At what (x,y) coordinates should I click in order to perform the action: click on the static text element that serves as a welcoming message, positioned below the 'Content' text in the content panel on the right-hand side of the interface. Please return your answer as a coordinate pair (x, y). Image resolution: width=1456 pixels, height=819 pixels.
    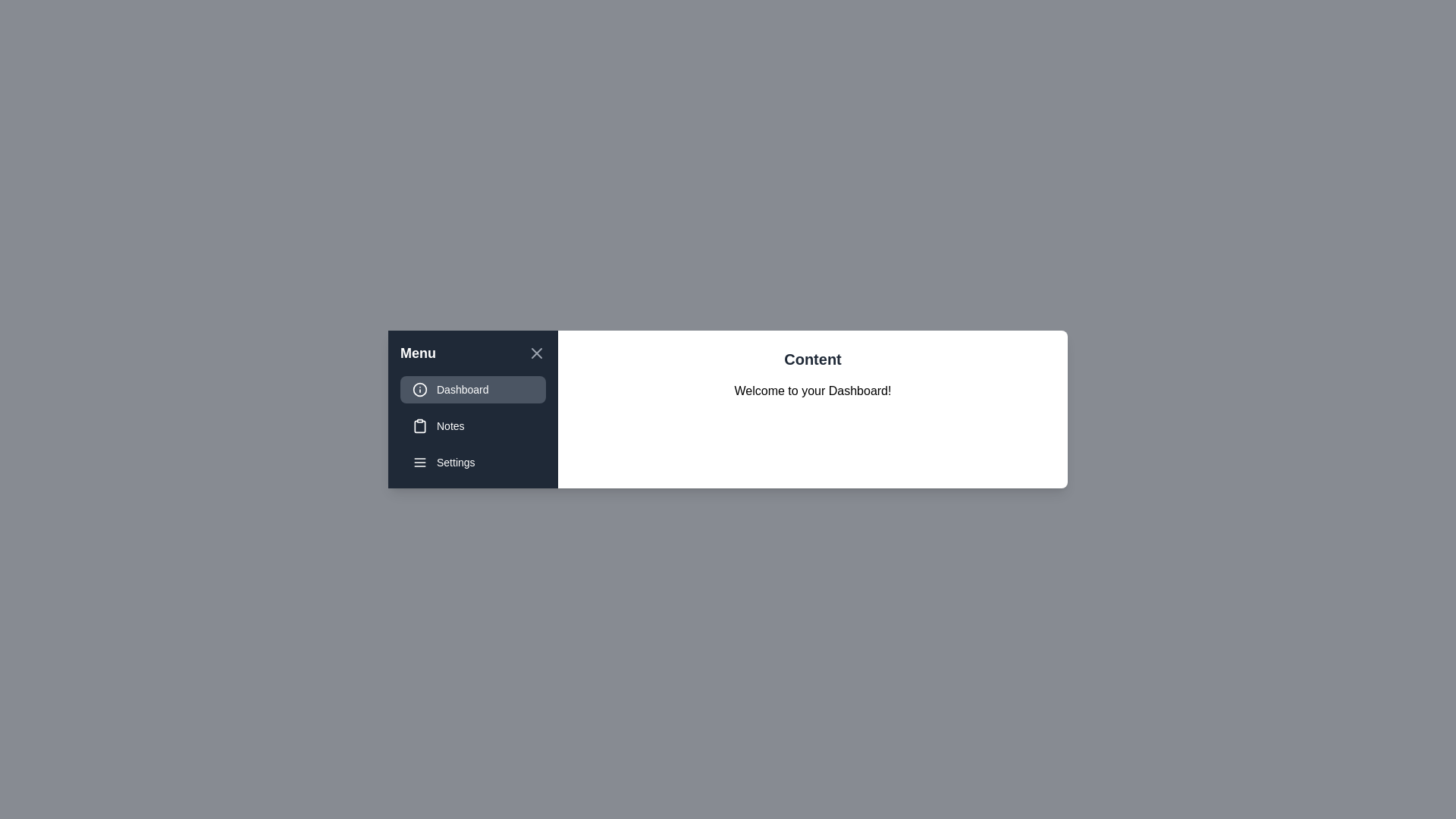
    Looking at the image, I should click on (811, 391).